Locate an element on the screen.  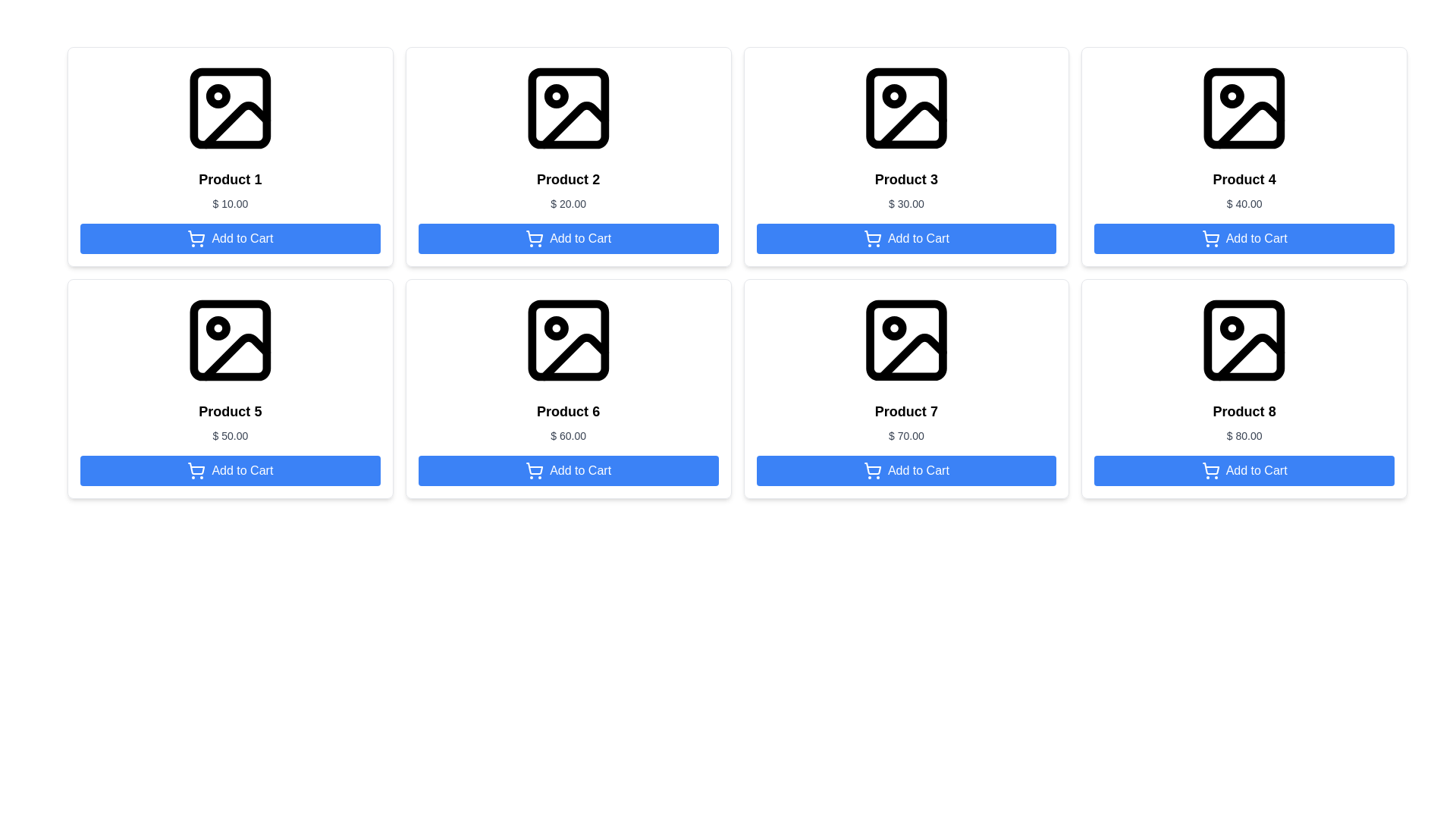
the small rounded rectangle located is located at coordinates (567, 107).